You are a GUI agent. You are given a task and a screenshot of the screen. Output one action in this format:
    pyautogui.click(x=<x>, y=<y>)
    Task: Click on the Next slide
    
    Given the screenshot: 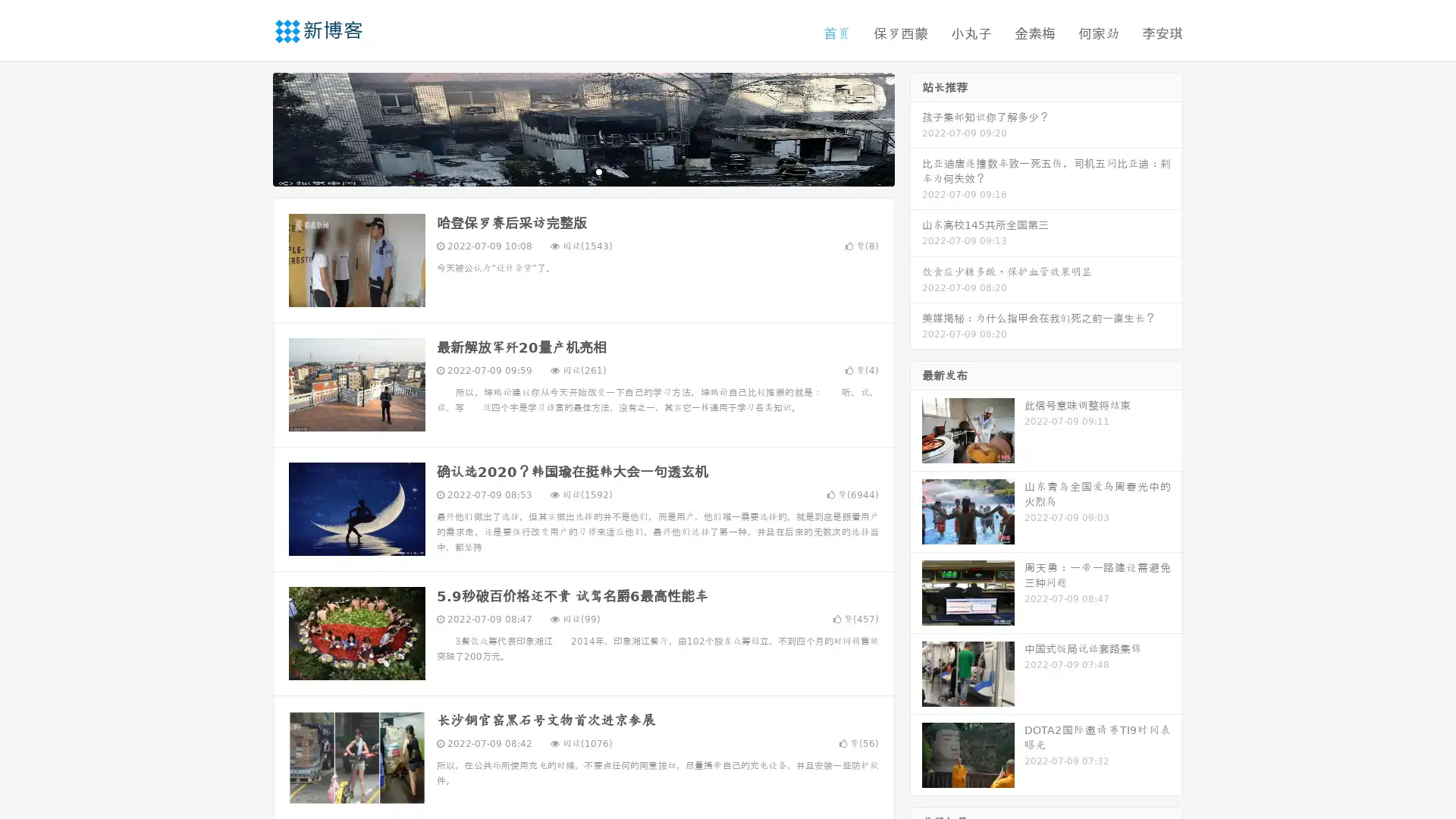 What is the action you would take?
    pyautogui.click(x=916, y=127)
    